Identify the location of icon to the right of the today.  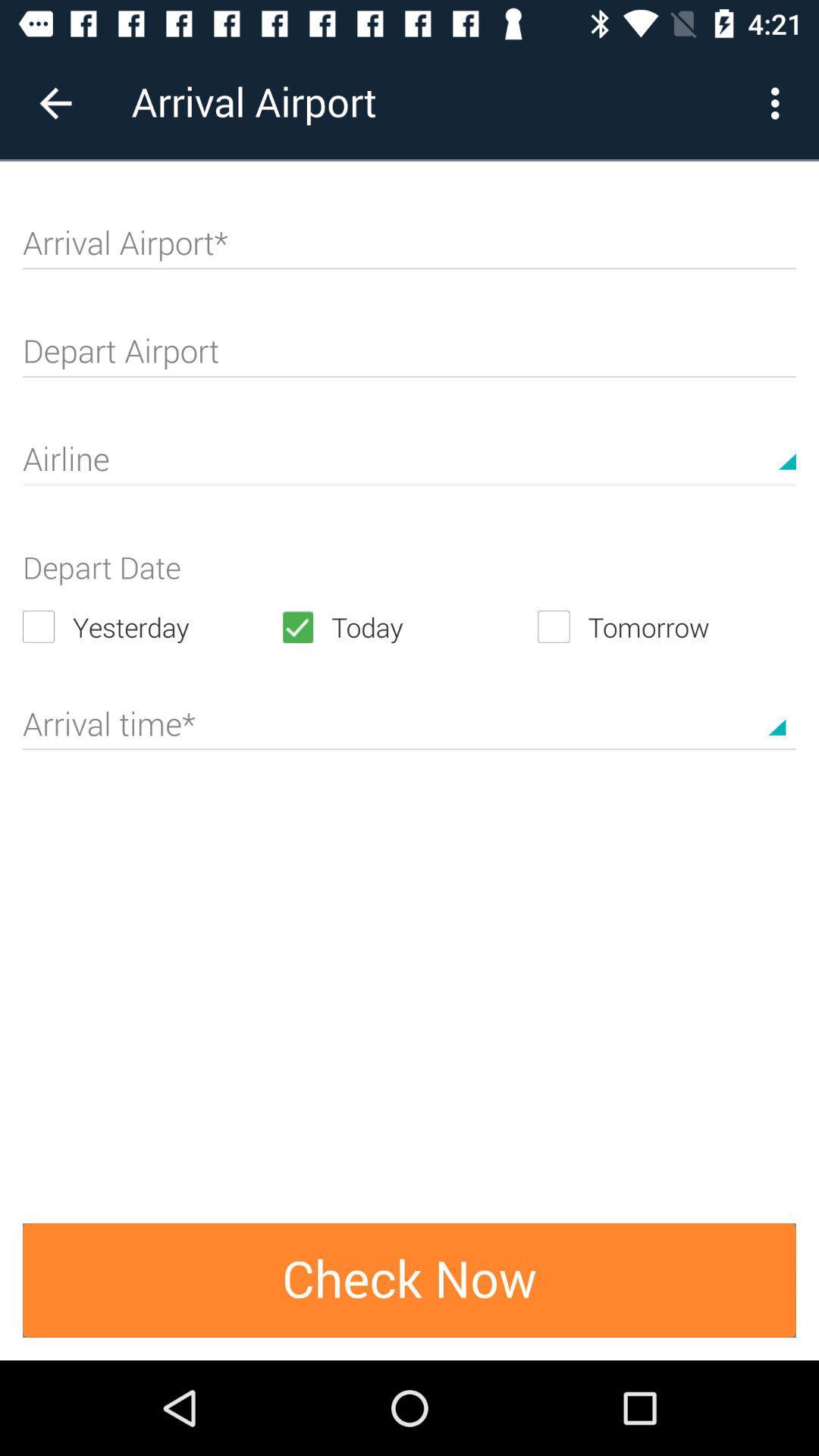
(666, 626).